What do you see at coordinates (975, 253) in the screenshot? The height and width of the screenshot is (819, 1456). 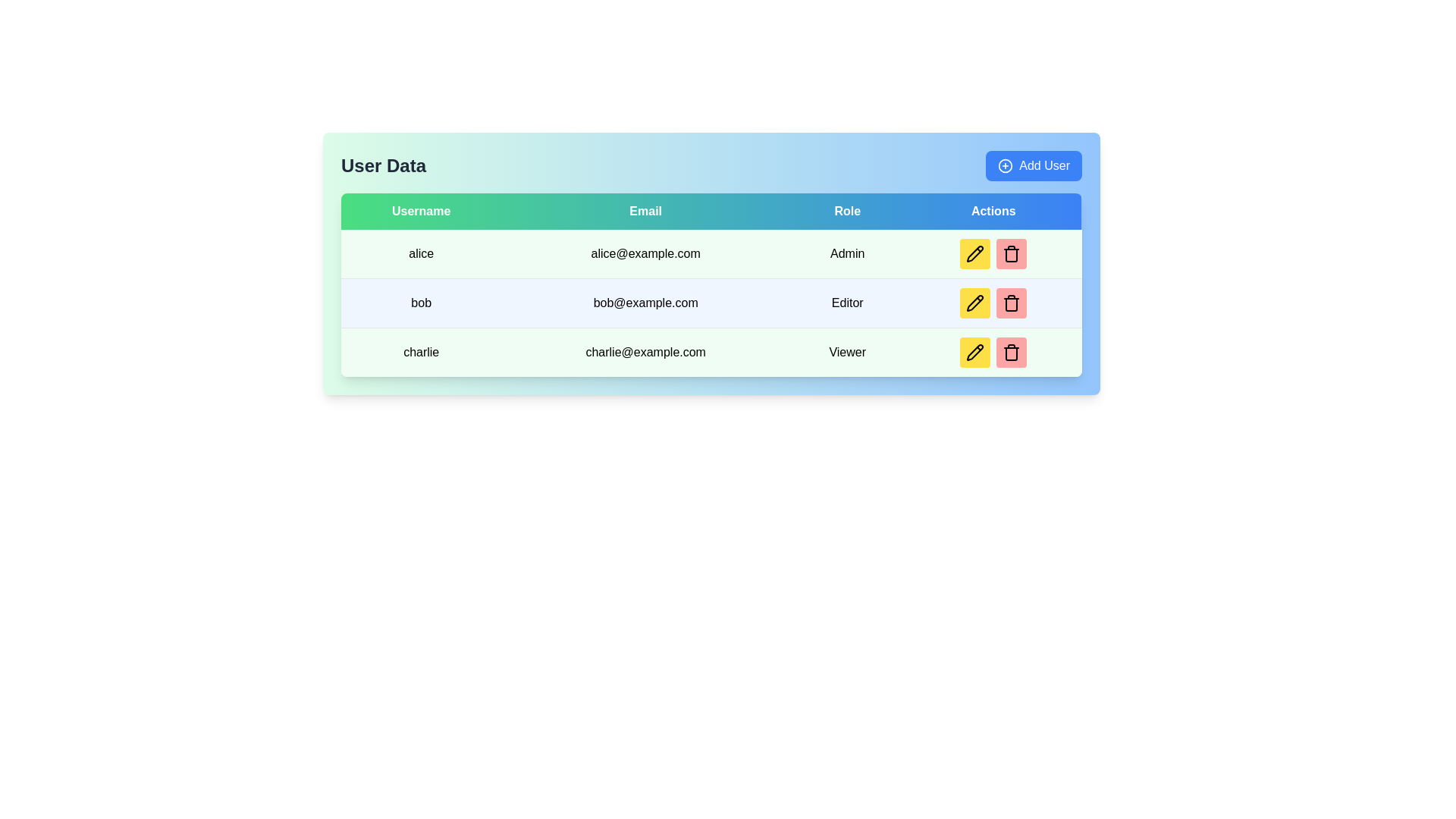 I see `the yellow pencil icon in the 'Actions' column of the first row, corresponding to the 'alice' user entry` at bounding box center [975, 253].